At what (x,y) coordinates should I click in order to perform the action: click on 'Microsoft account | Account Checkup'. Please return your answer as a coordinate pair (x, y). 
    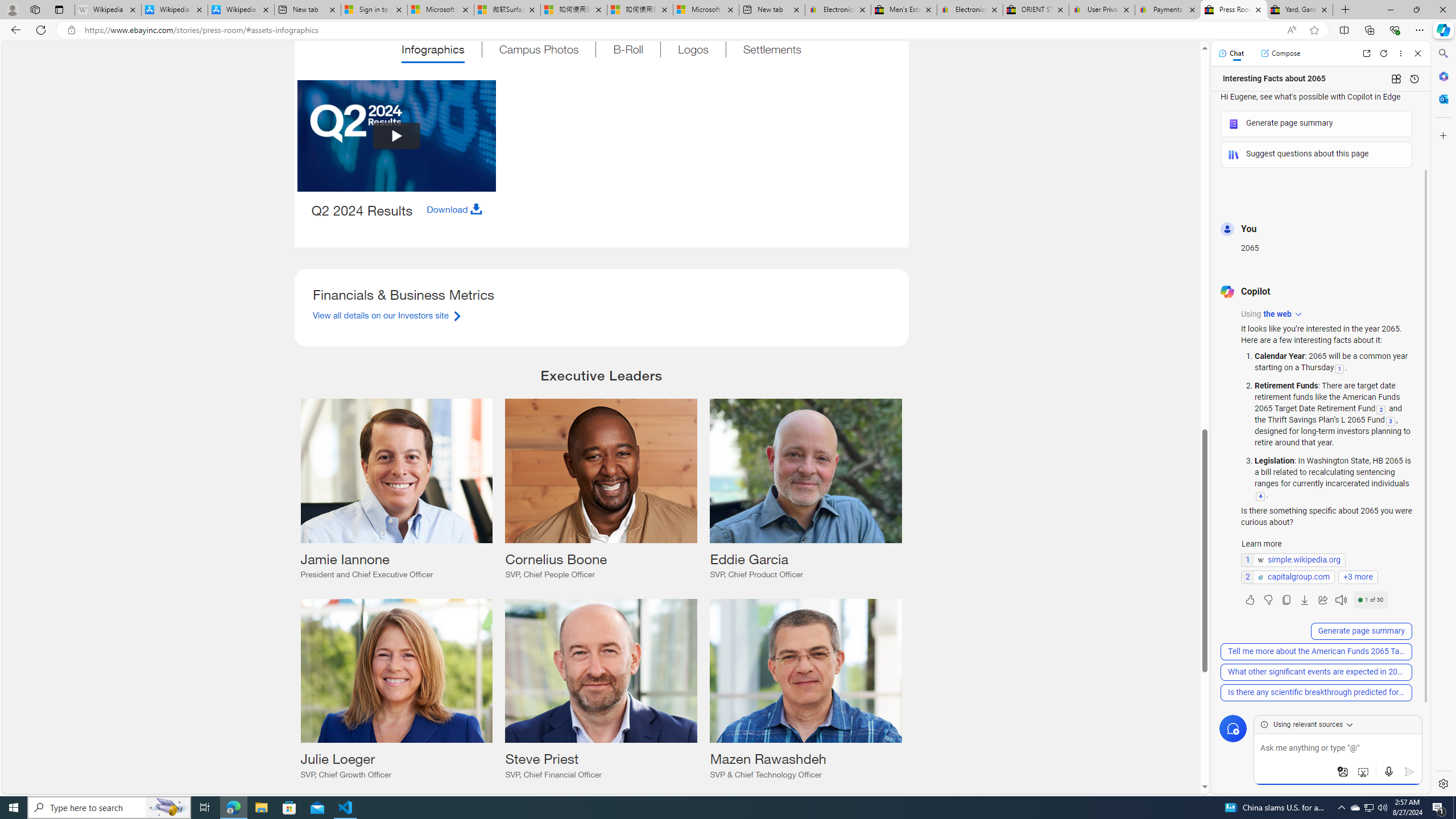
    Looking at the image, I should click on (705, 9).